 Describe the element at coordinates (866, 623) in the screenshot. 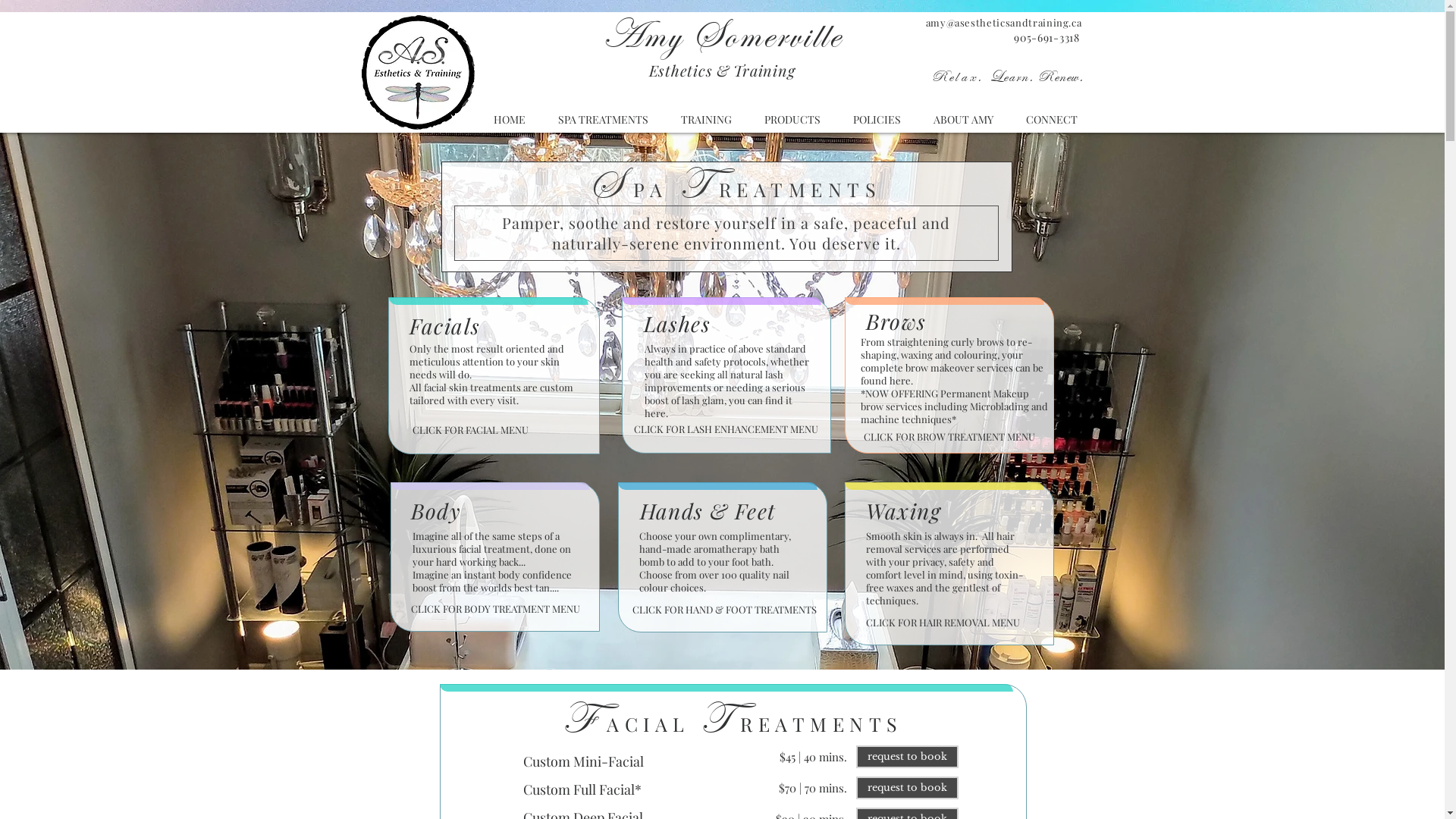

I see `'CLICK FOR HAIR REMOVAL MENU'` at that location.